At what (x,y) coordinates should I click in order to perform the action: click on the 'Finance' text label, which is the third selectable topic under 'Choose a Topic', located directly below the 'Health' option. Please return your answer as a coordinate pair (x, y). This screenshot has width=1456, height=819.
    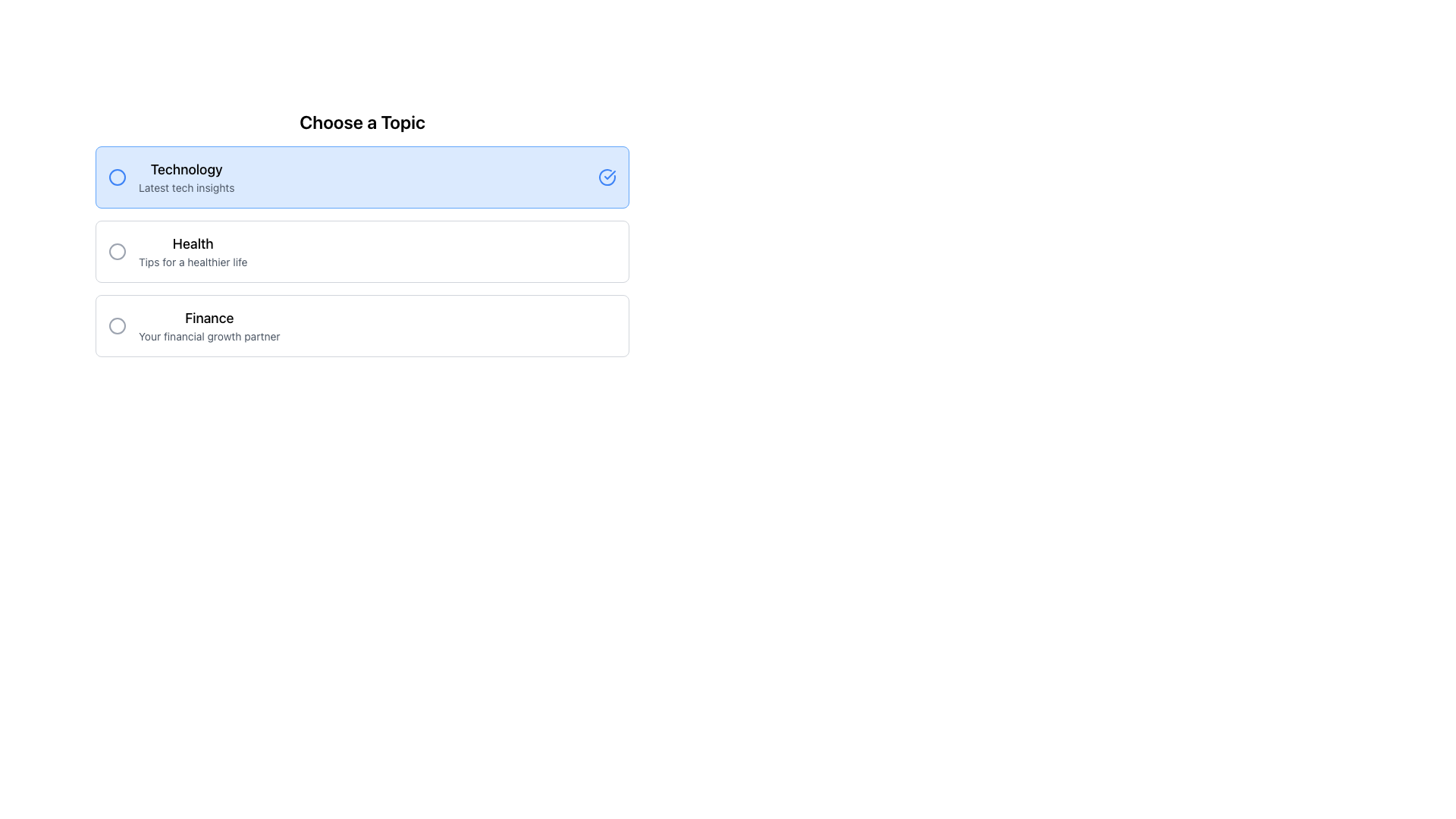
    Looking at the image, I should click on (209, 325).